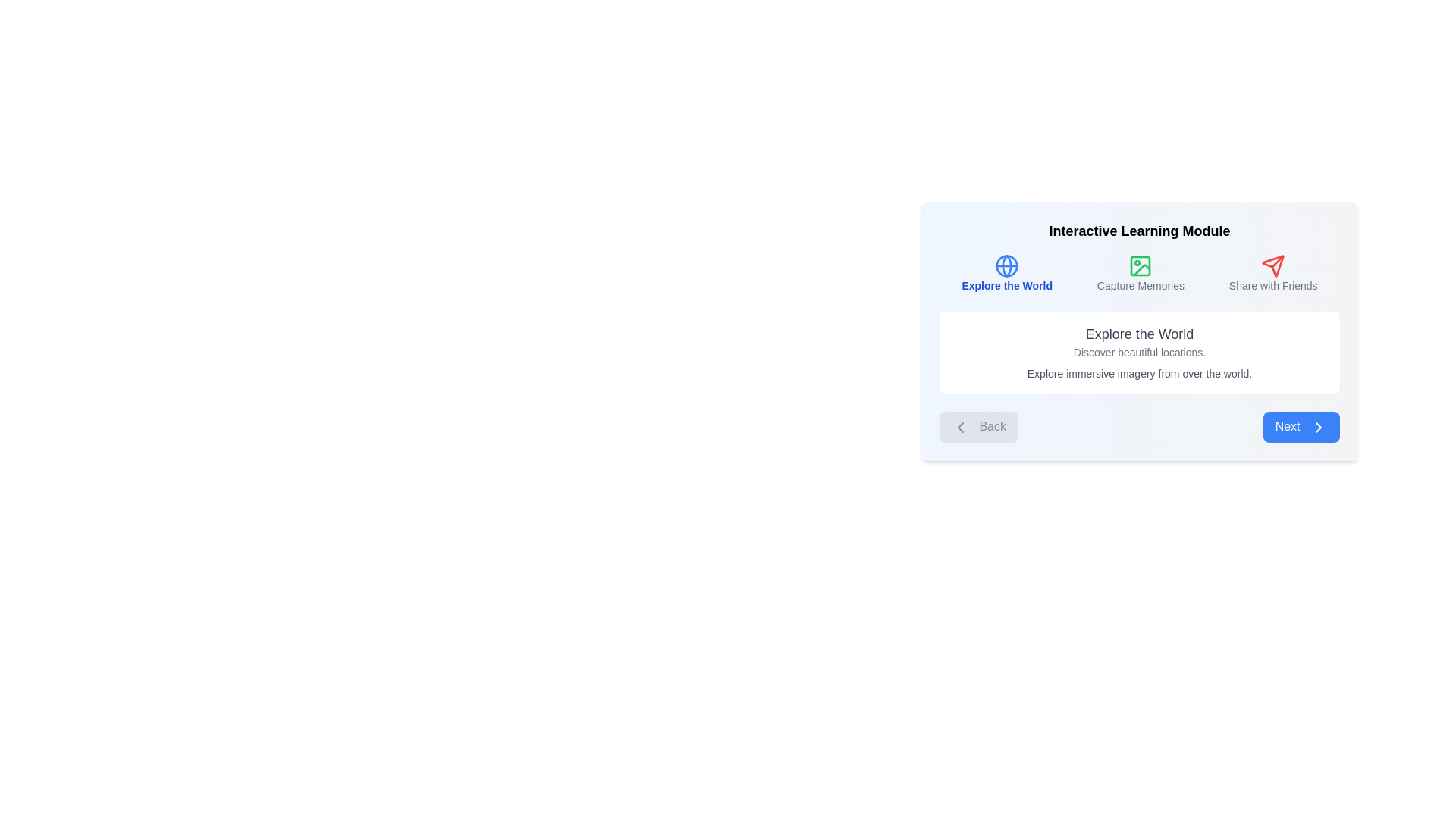 The height and width of the screenshot is (819, 1456). Describe the element at coordinates (1317, 427) in the screenshot. I see `the 'Next' button that contains the right-chevron icon, located at the bottom-right corner of the interface` at that location.